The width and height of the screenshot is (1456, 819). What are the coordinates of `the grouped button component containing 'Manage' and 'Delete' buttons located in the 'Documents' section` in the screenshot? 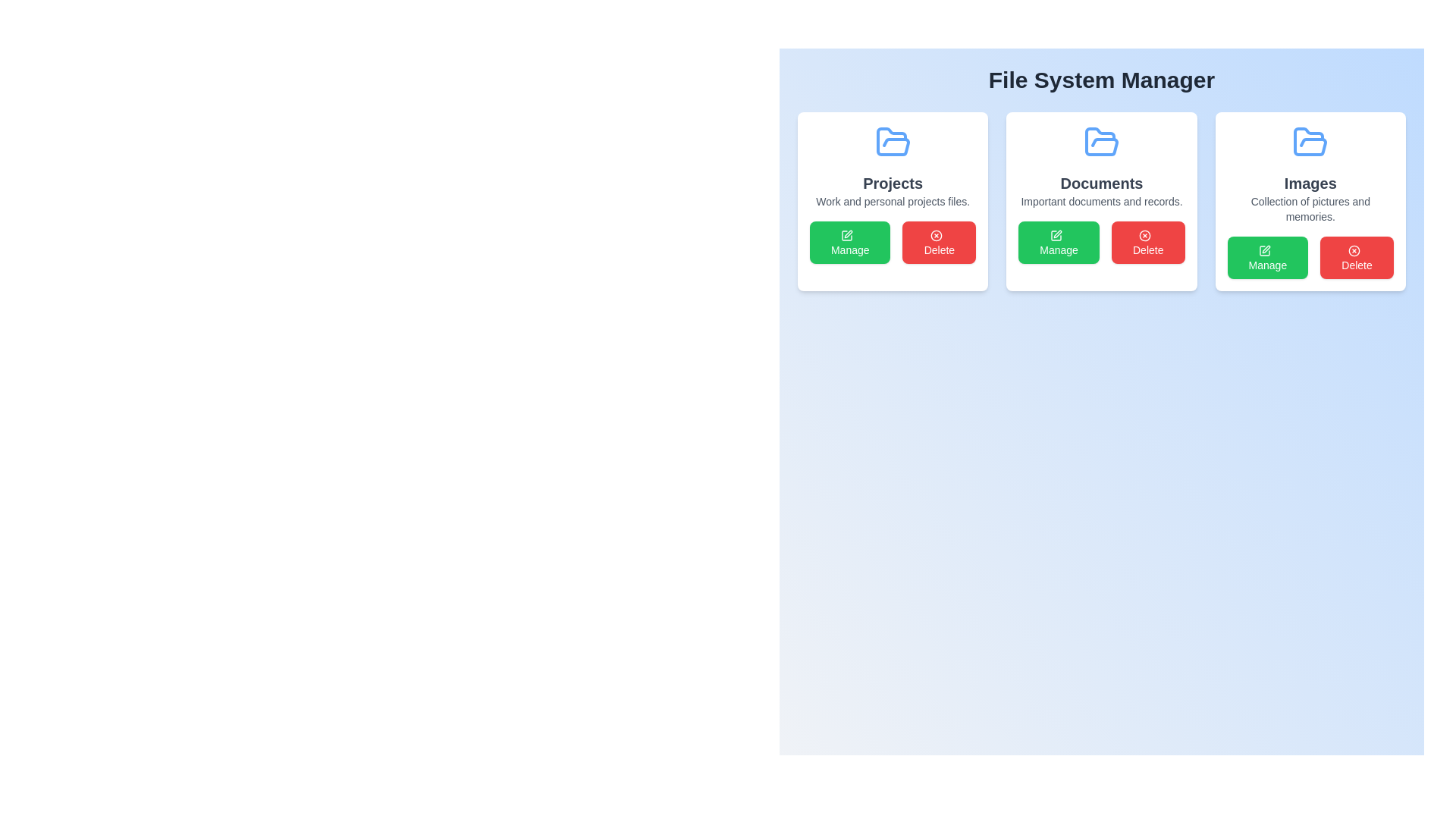 It's located at (1102, 242).